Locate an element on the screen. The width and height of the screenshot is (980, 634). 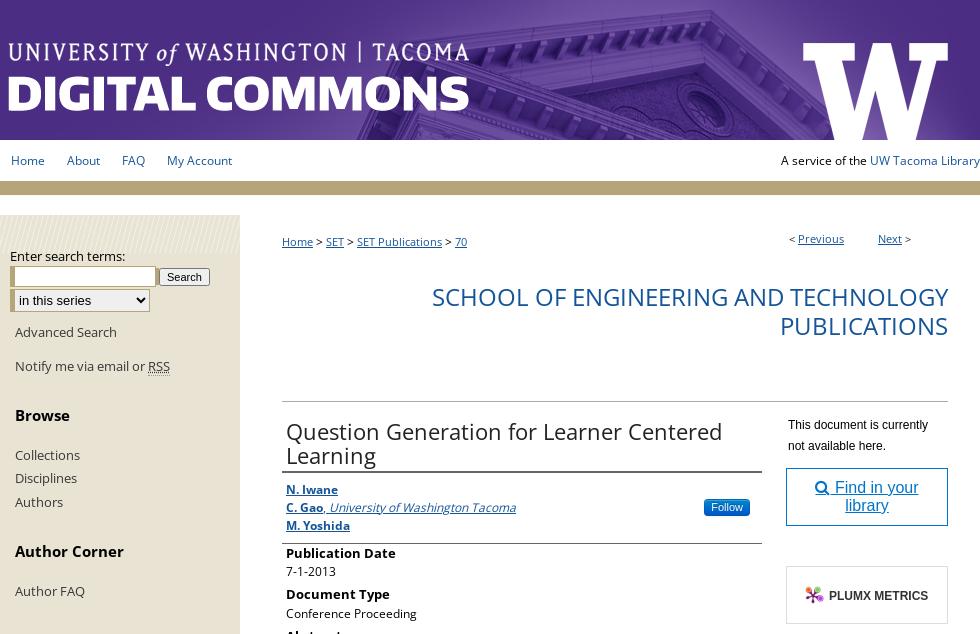
'University of Washington Tacoma' is located at coordinates (422, 505).